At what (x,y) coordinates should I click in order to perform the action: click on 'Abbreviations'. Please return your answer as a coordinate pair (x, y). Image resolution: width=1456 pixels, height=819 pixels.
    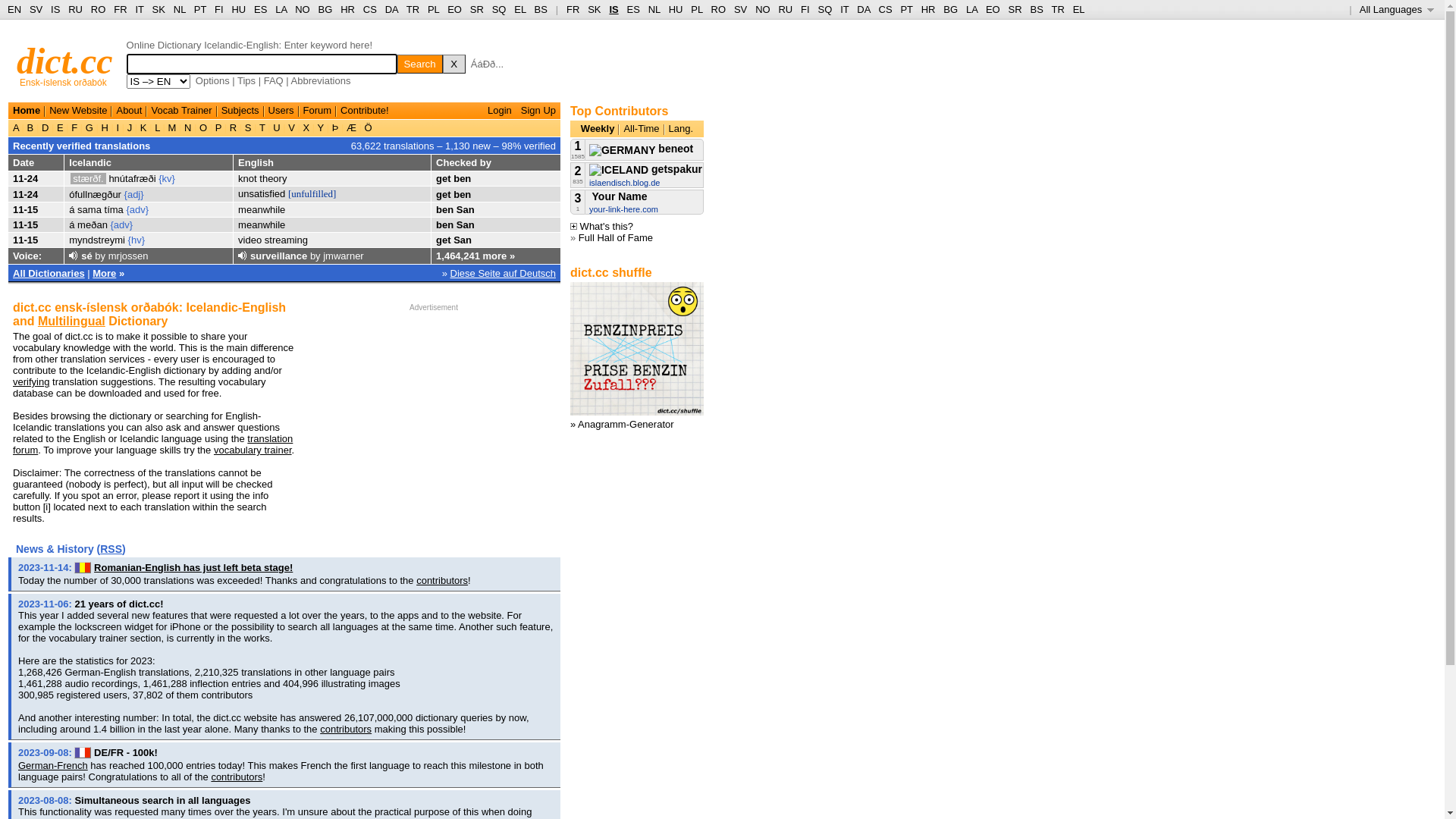
    Looking at the image, I should click on (320, 80).